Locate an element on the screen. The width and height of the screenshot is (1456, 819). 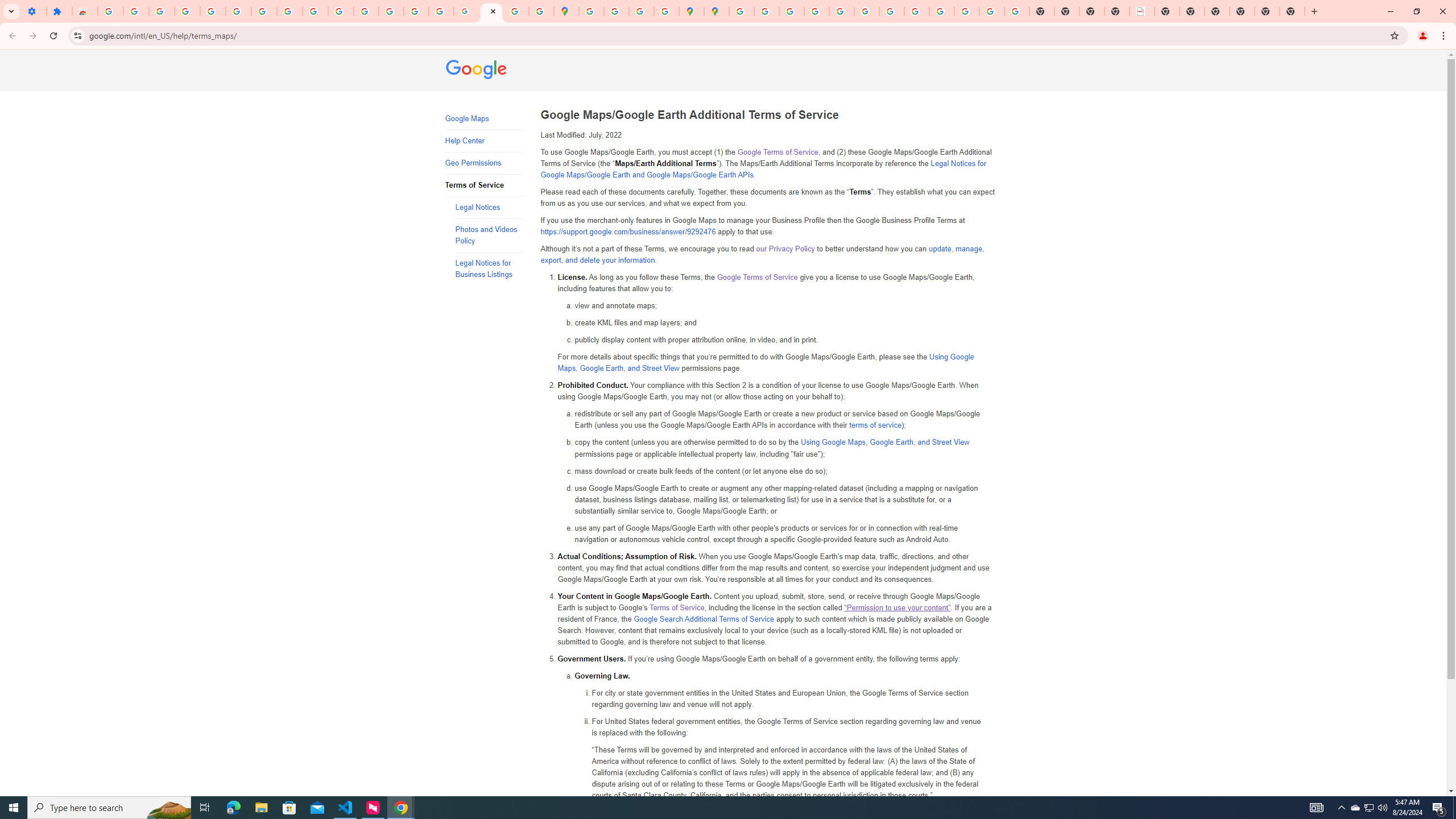
'Delete photos & videos - Computer - Google Photos Help' is located at coordinates (162, 11).